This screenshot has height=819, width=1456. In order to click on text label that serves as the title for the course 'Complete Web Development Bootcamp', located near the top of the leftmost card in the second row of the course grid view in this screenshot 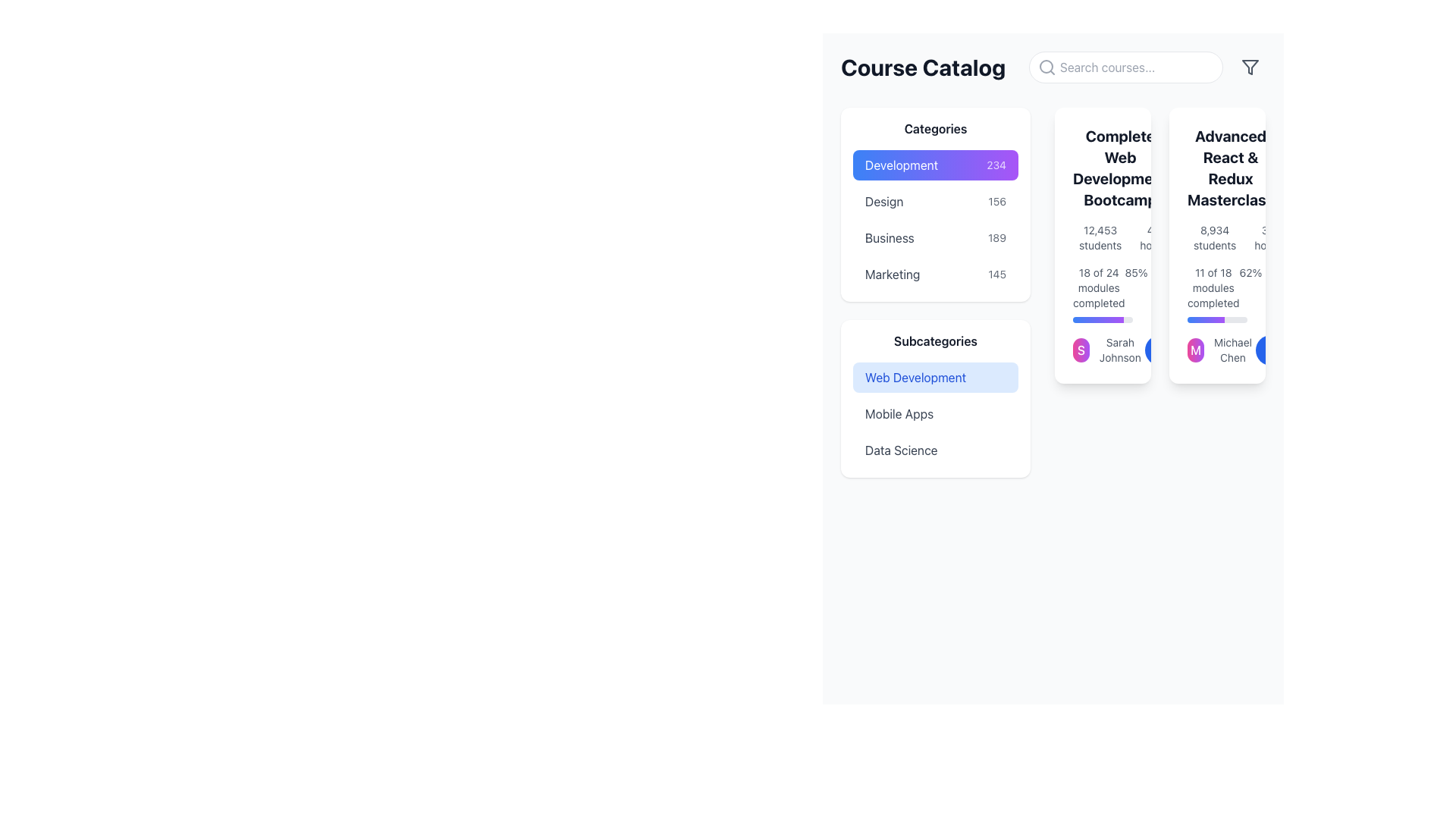, I will do `click(1120, 168)`.